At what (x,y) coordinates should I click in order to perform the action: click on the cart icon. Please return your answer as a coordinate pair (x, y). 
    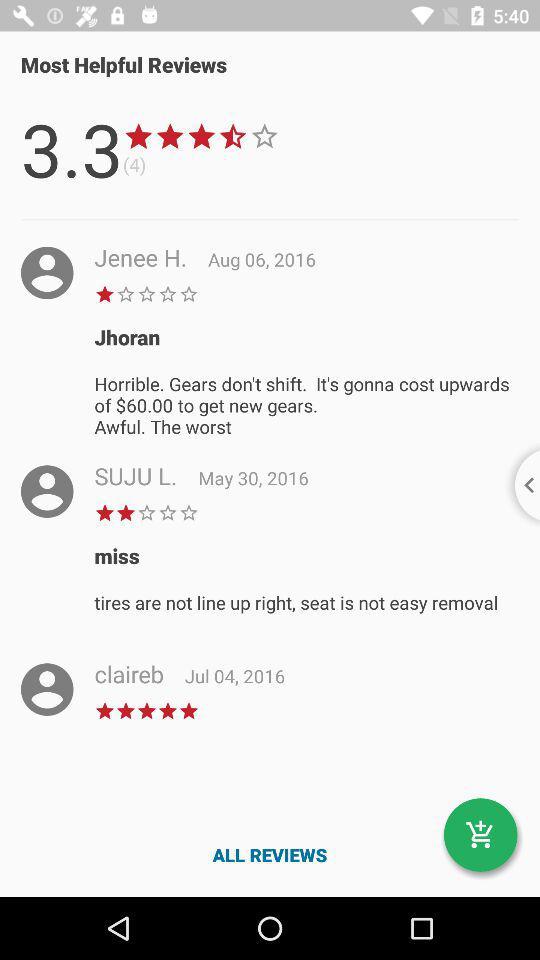
    Looking at the image, I should click on (479, 835).